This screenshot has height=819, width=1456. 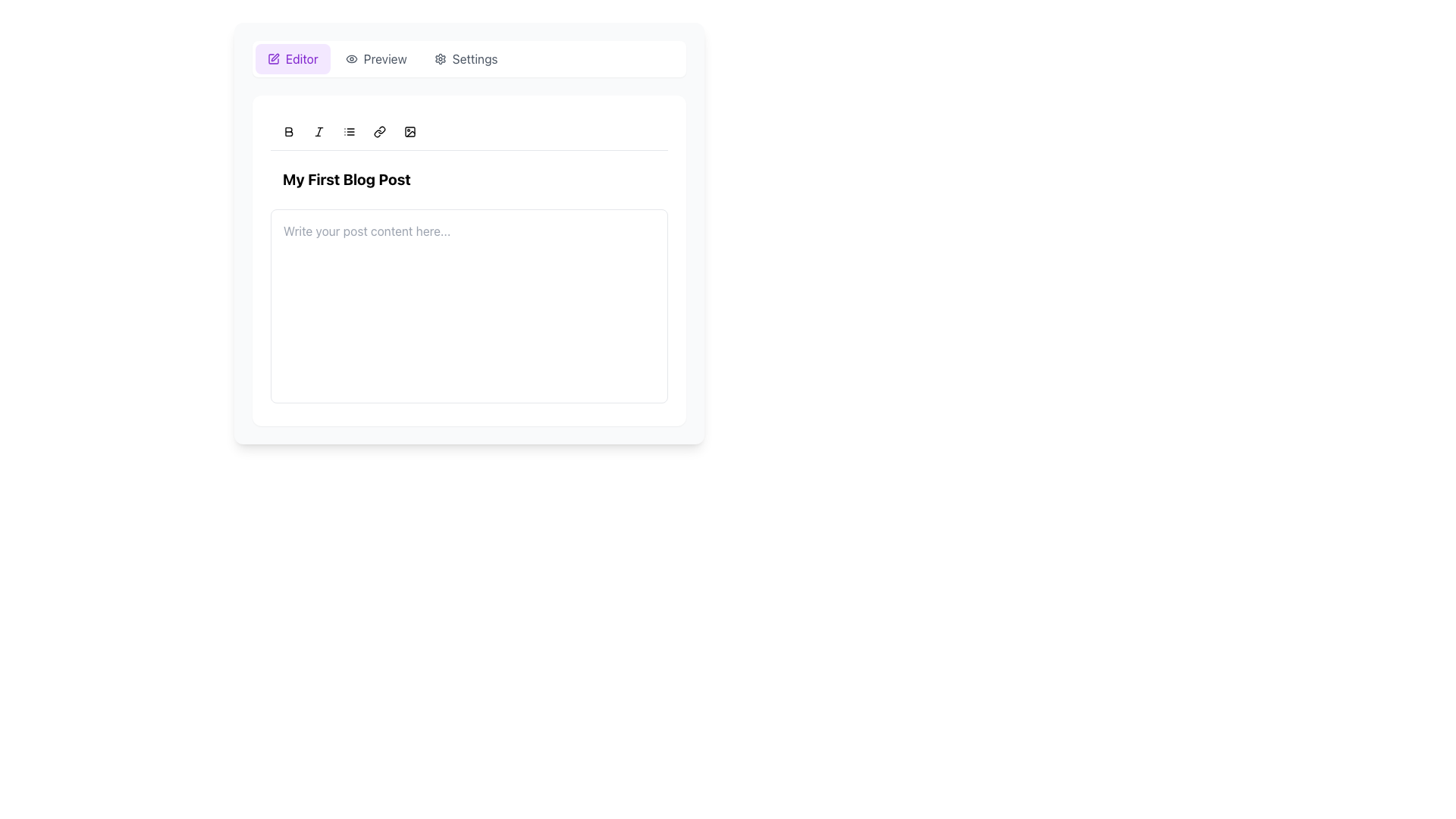 What do you see at coordinates (417, 122) in the screenshot?
I see `the tooltip displaying the text 'Image', which appears below the image icon in a toolbar when hovered over` at bounding box center [417, 122].